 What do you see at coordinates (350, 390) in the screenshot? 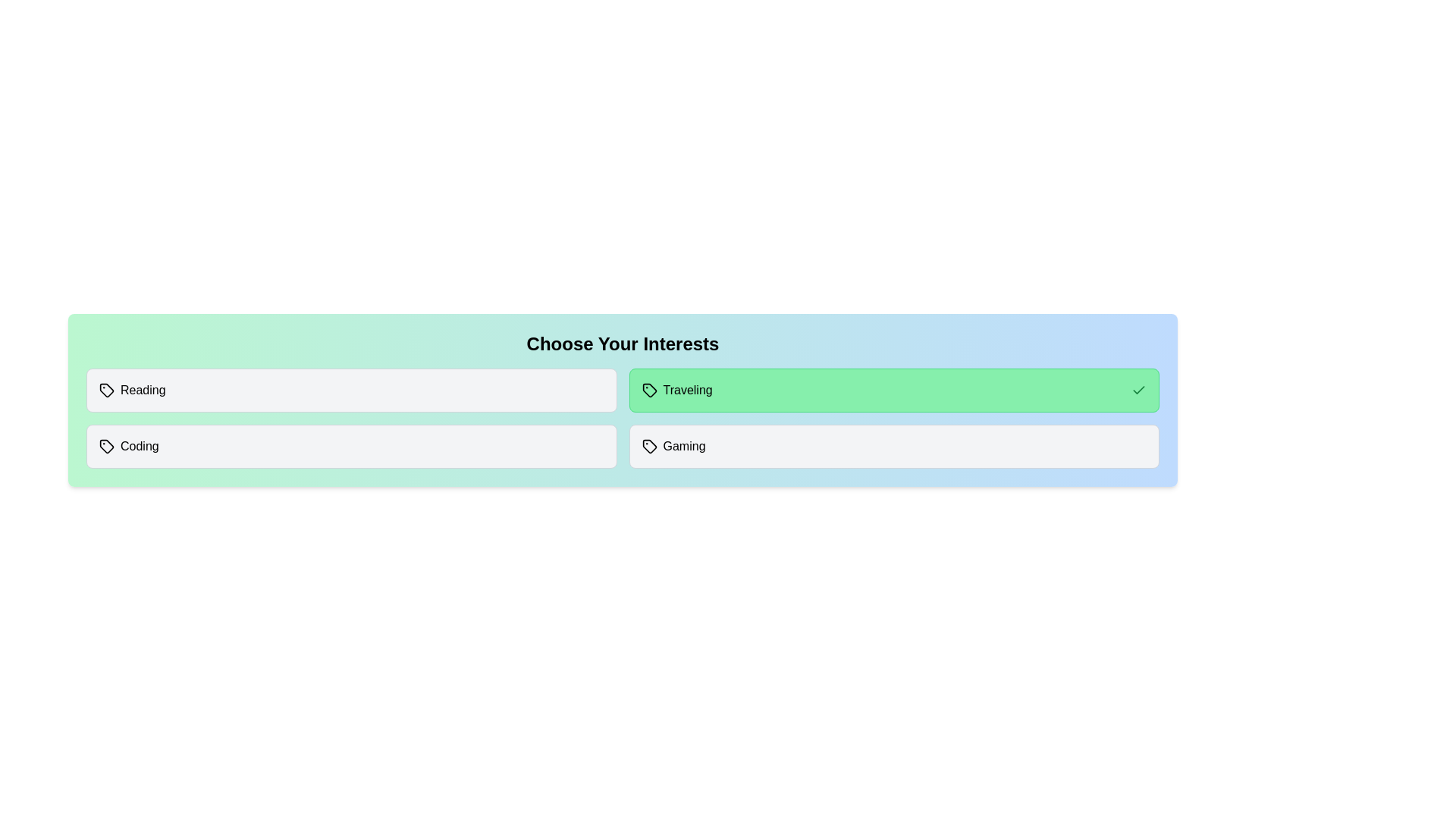
I see `the interest button labeled Reading` at bounding box center [350, 390].